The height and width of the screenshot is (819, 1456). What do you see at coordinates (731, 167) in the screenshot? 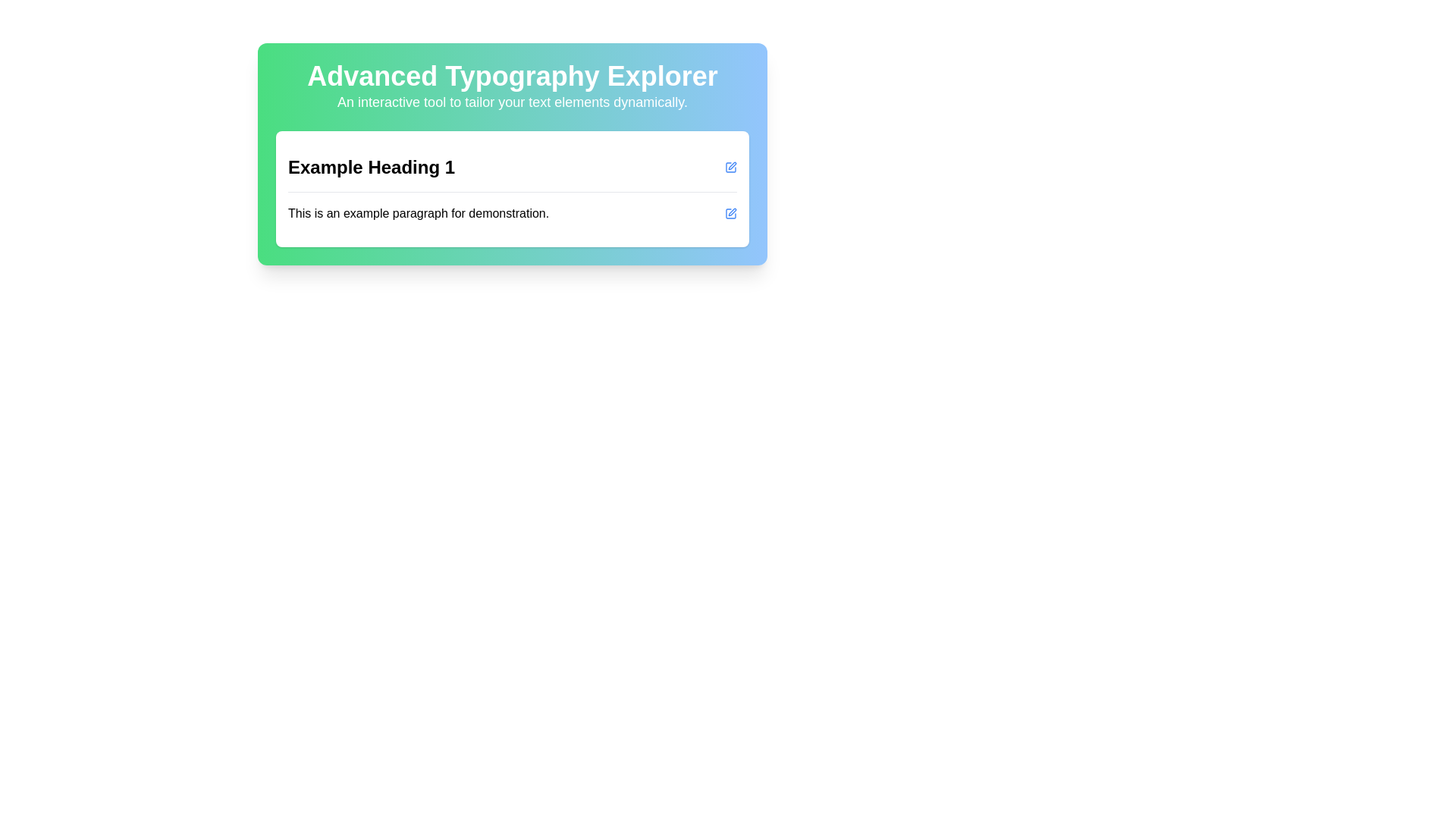
I see `the edit icon button located at the top-right corner of the section containing the heading 'Example Heading 1'` at bounding box center [731, 167].